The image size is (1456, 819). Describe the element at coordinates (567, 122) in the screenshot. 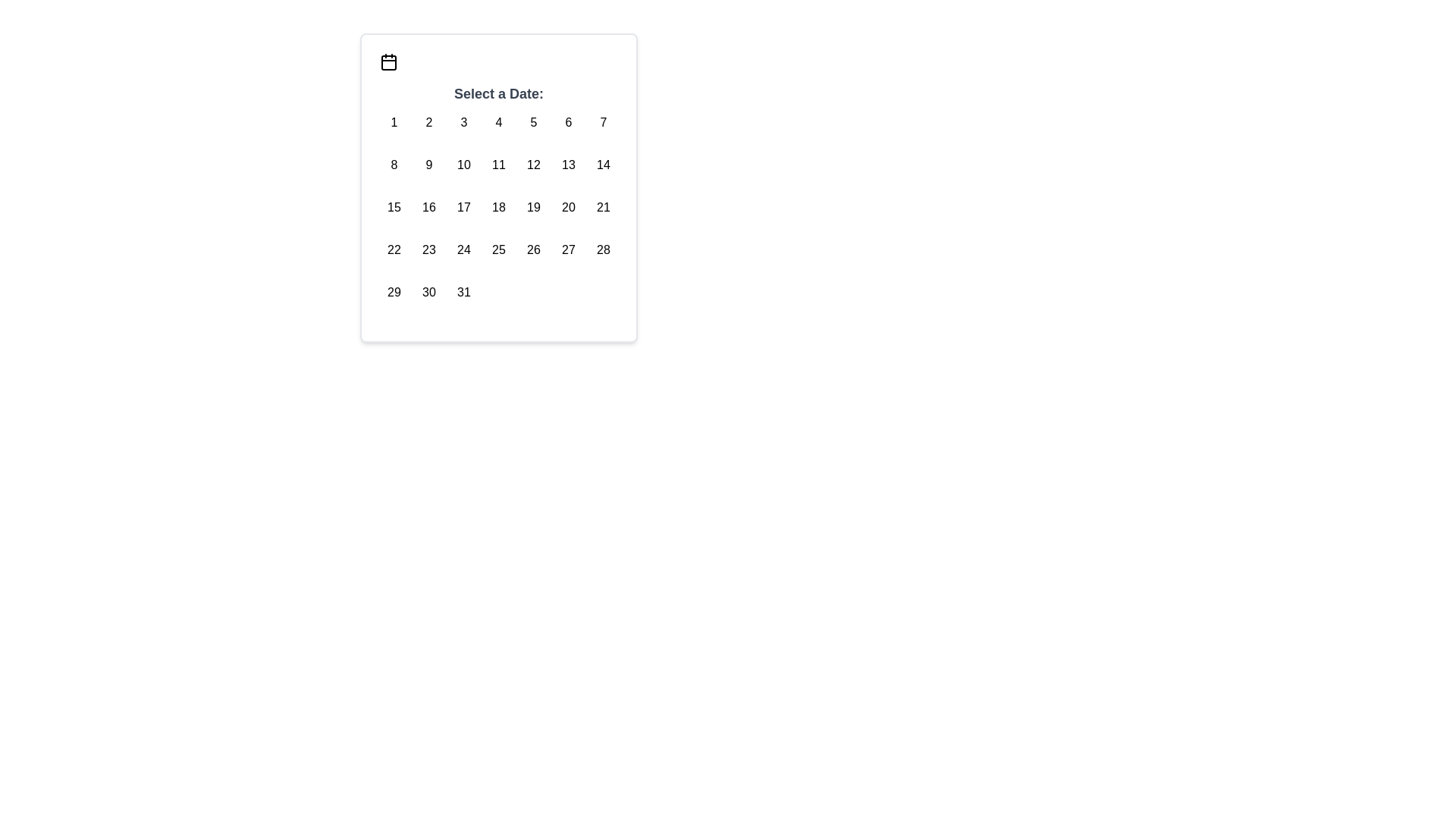

I see `the button representing the sixth day of the month in the calendar grid` at that location.